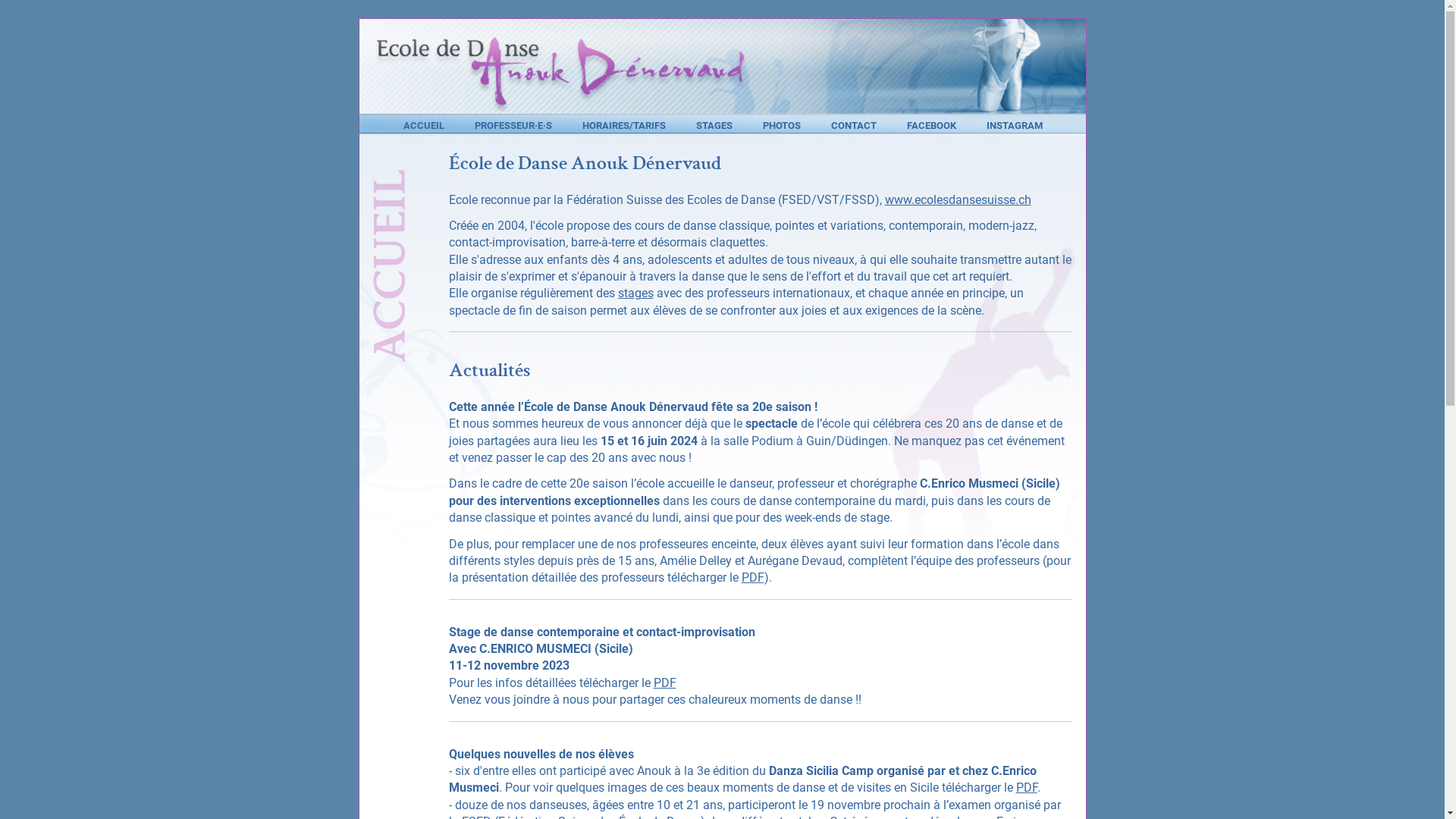 This screenshot has height=819, width=1456. Describe the element at coordinates (854, 124) in the screenshot. I see `'CONTACT'` at that location.